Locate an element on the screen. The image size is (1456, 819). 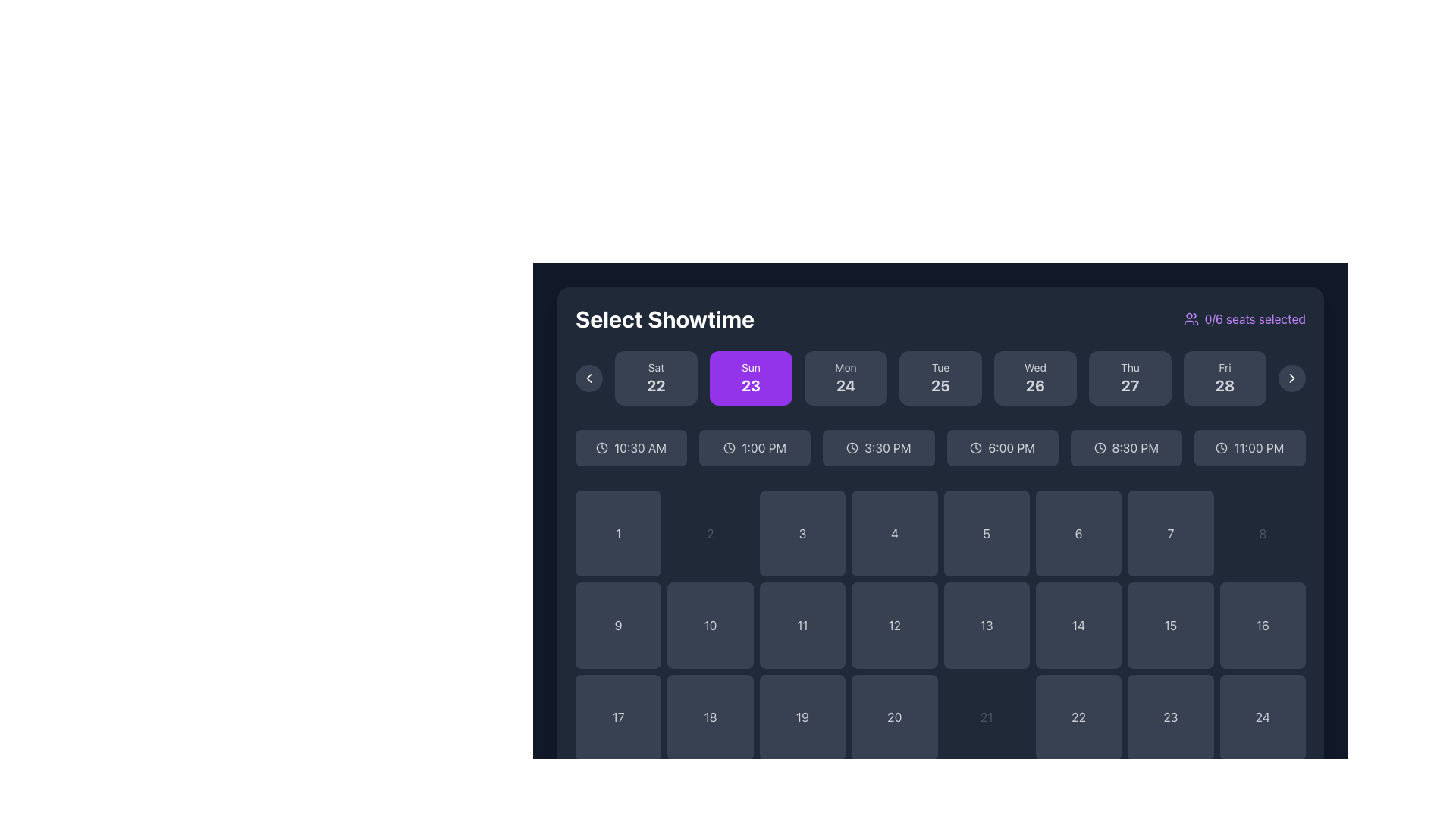
the small circular clock icon located to the left of the time label '10:30 AM', positioned within the row of selectable times under the purple-highlighted date 'Sun 23' is located at coordinates (601, 447).